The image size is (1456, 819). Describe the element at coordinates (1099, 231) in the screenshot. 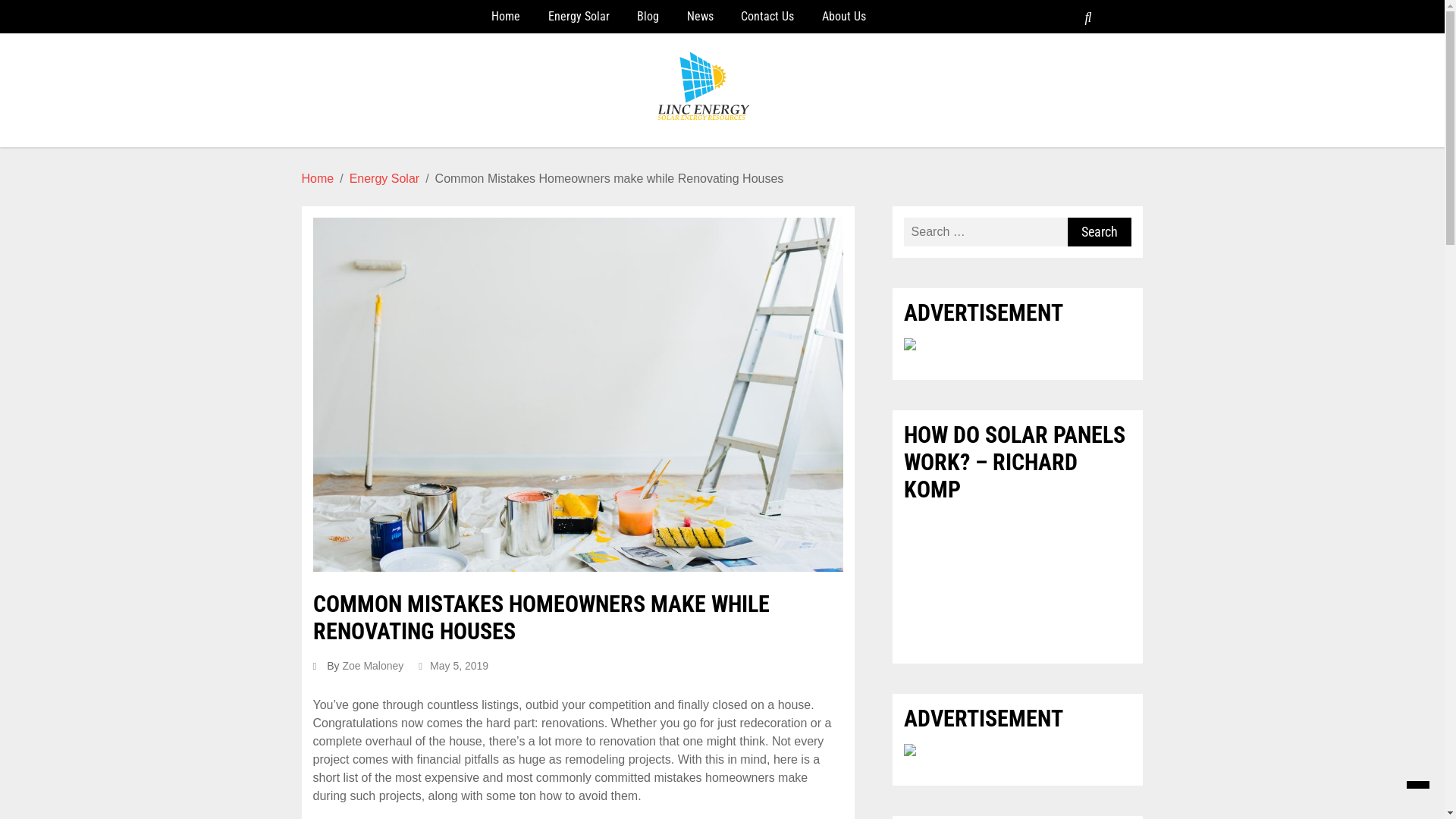

I see `'Search'` at that location.